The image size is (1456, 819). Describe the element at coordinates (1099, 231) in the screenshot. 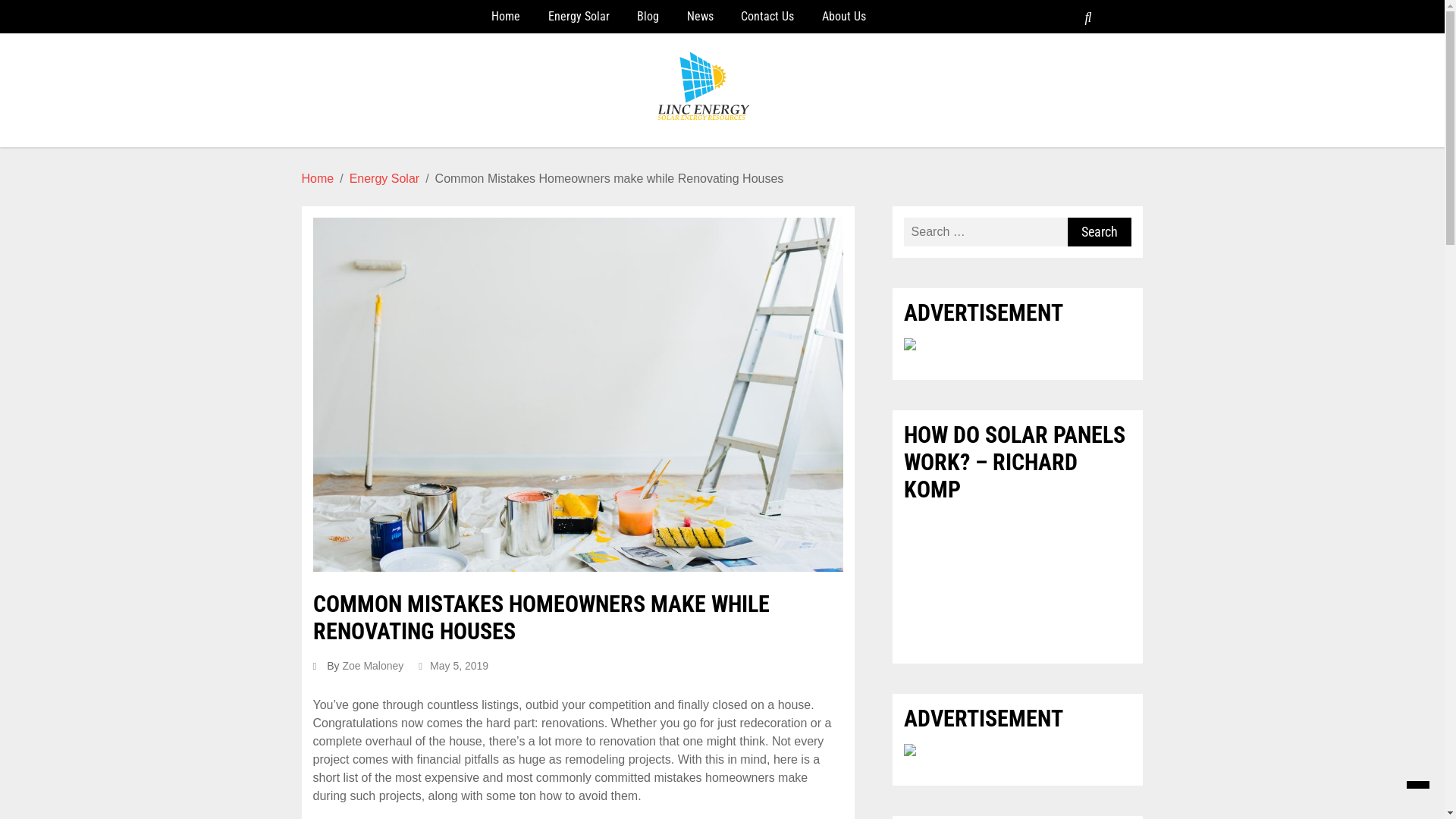

I see `'Search'` at that location.